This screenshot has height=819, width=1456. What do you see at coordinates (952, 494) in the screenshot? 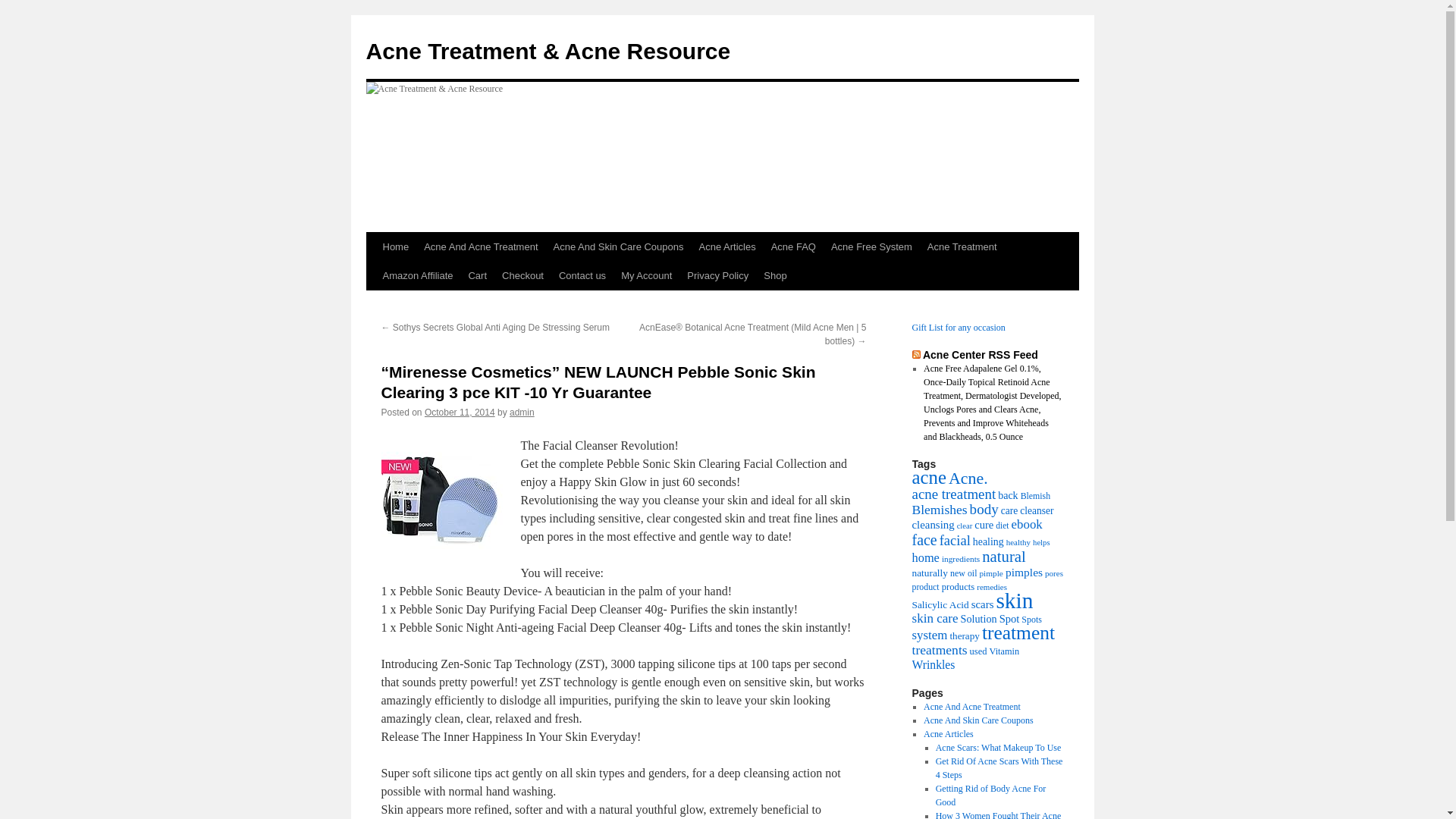
I see `'acne treatment'` at bounding box center [952, 494].